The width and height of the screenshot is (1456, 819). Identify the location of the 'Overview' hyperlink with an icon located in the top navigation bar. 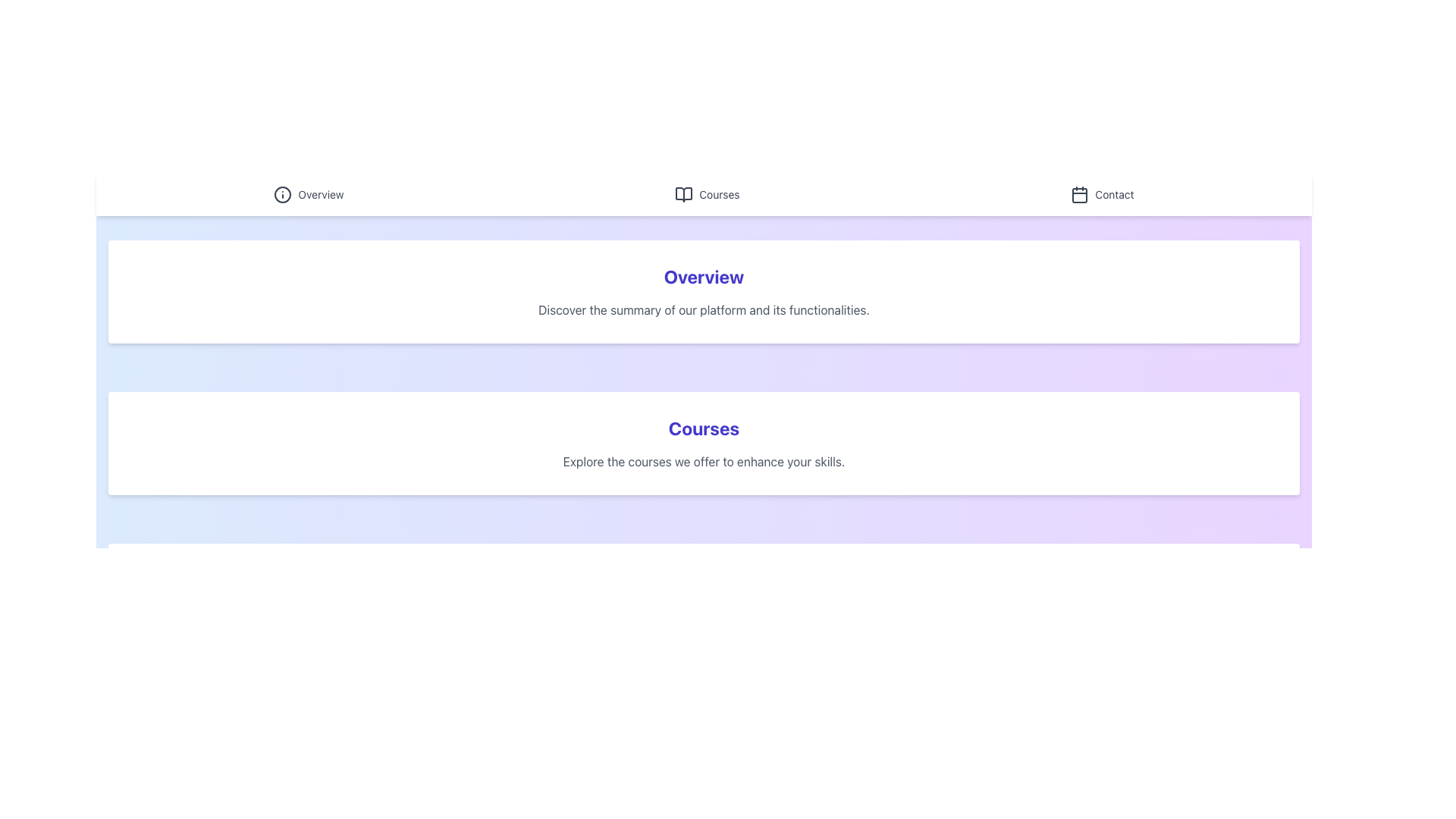
(308, 194).